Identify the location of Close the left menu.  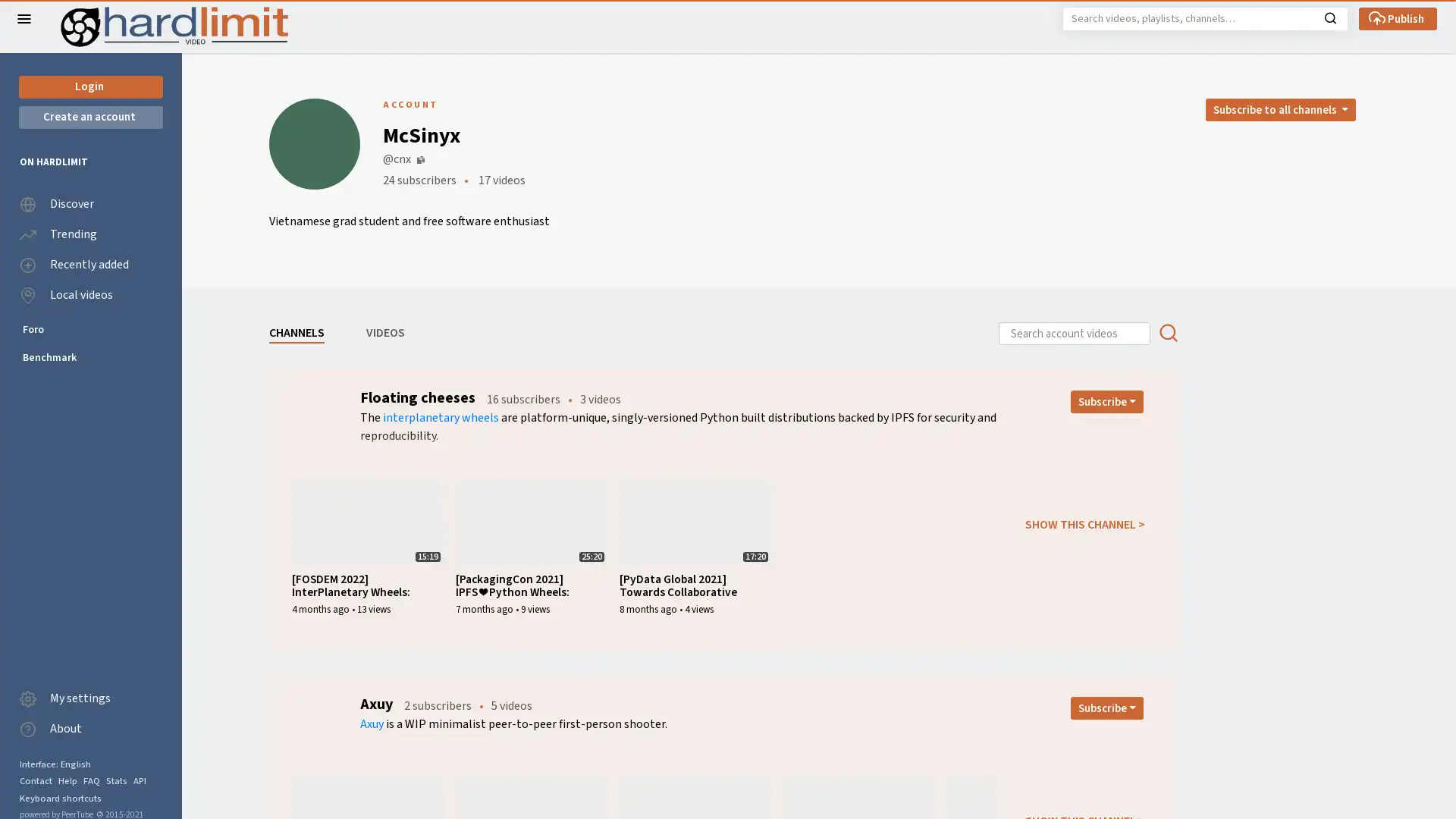
(24, 18).